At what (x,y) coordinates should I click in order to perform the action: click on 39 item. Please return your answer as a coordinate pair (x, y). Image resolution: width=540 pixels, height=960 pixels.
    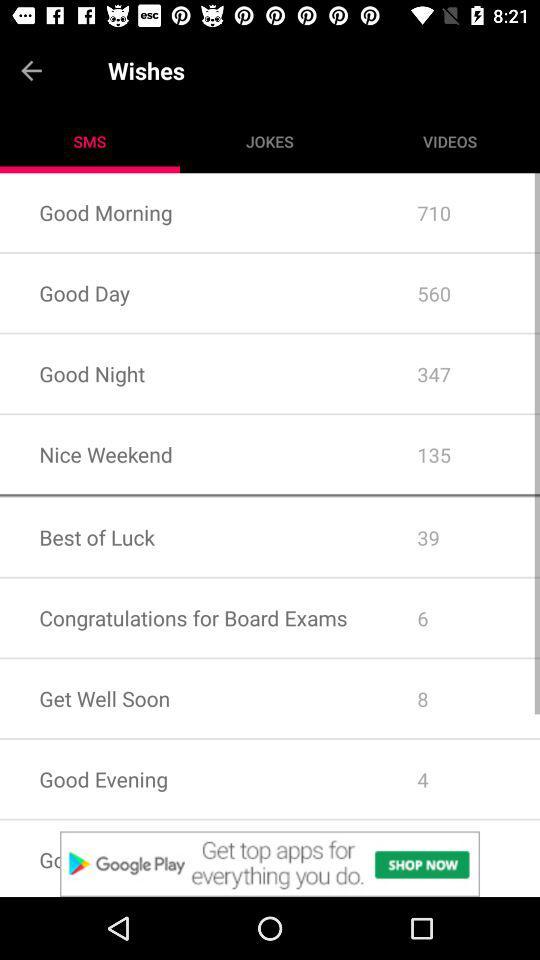
    Looking at the image, I should click on (459, 536).